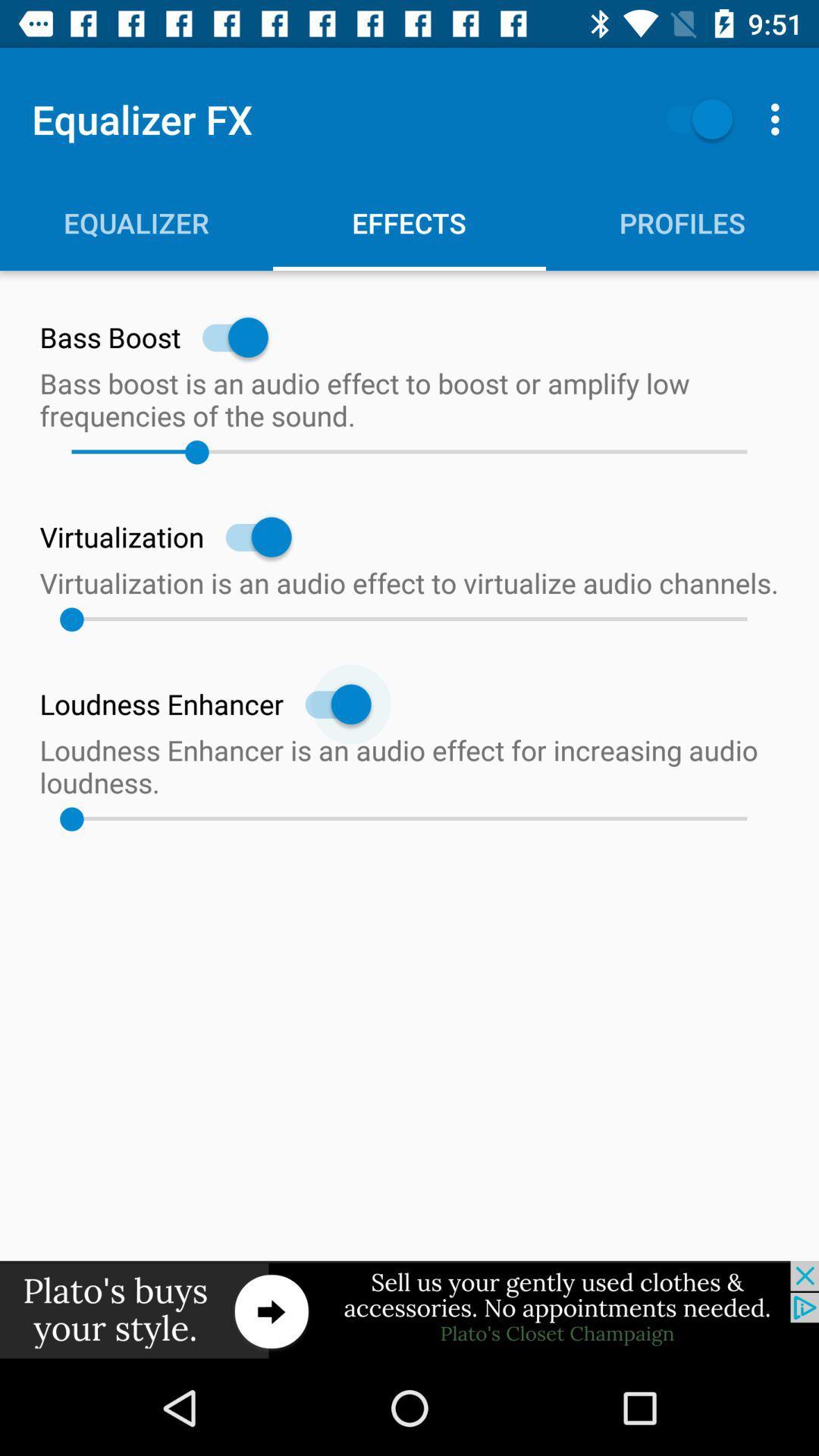 The width and height of the screenshot is (819, 1456). I want to click on adds, so click(409, 1310).